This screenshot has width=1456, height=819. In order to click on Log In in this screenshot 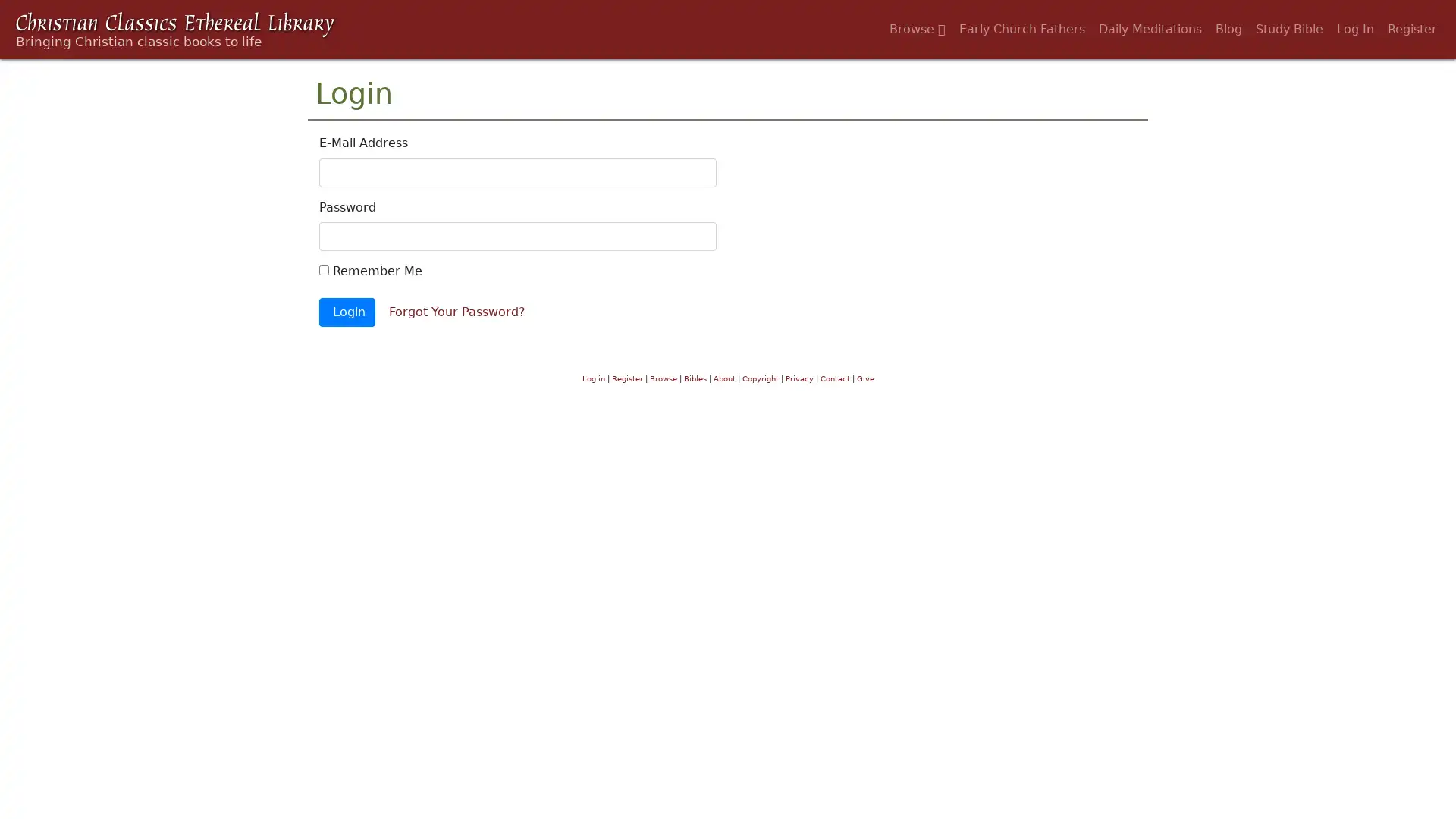, I will do `click(1355, 29)`.